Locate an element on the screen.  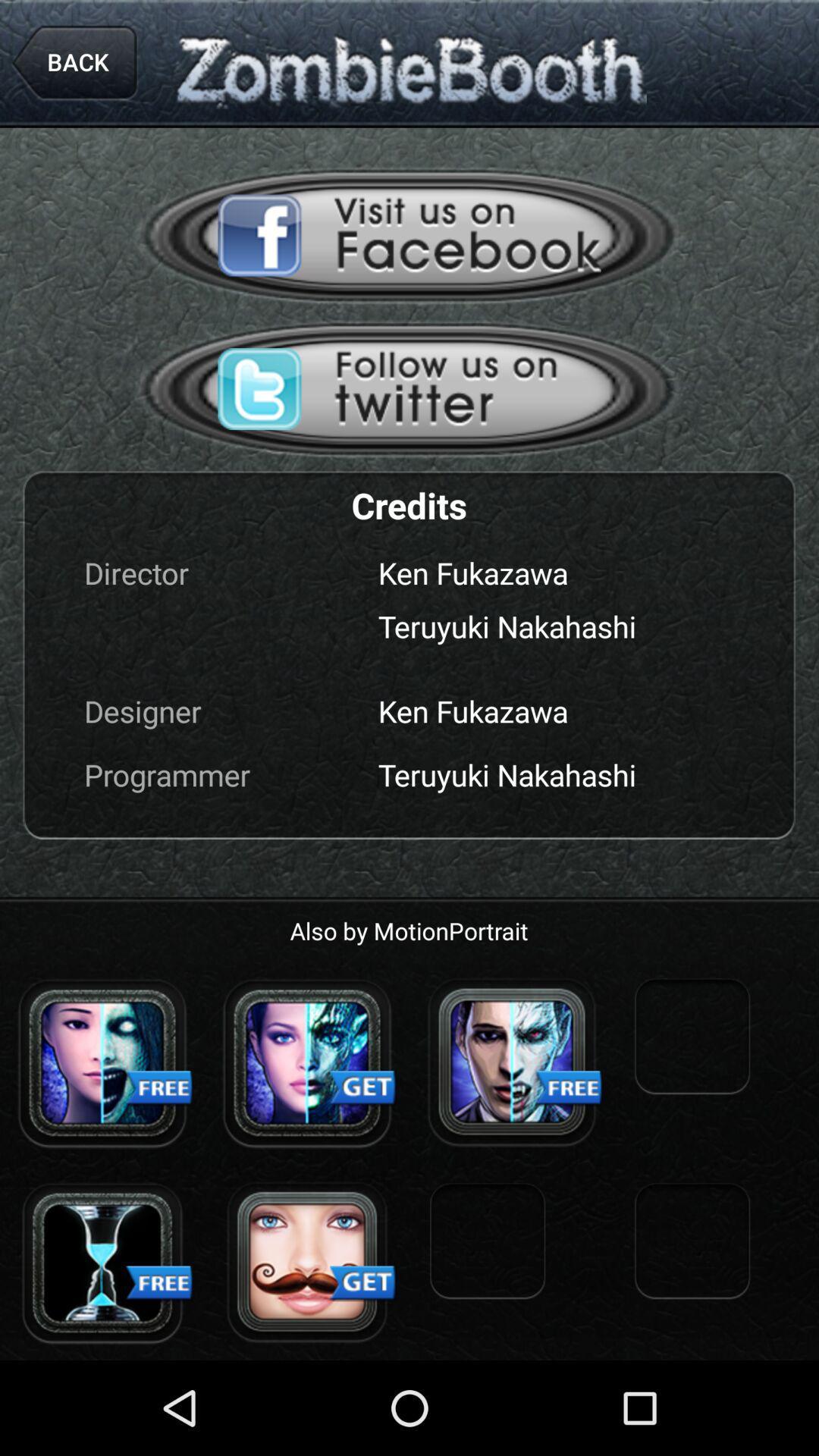
buy a character is located at coordinates (307, 1062).